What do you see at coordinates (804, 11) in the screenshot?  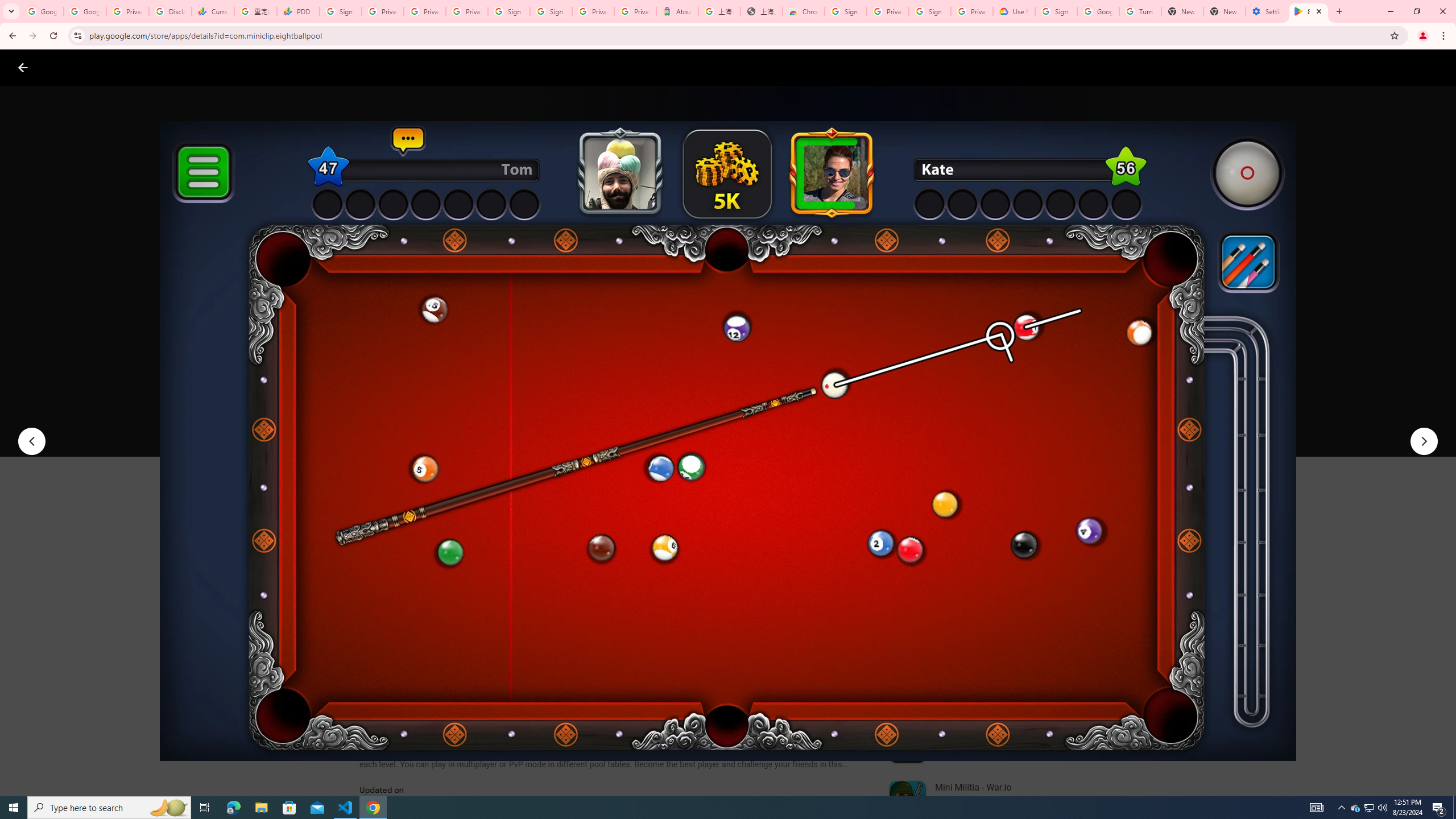 I see `'Chrome Web Store - Color themes by Chrome'` at bounding box center [804, 11].